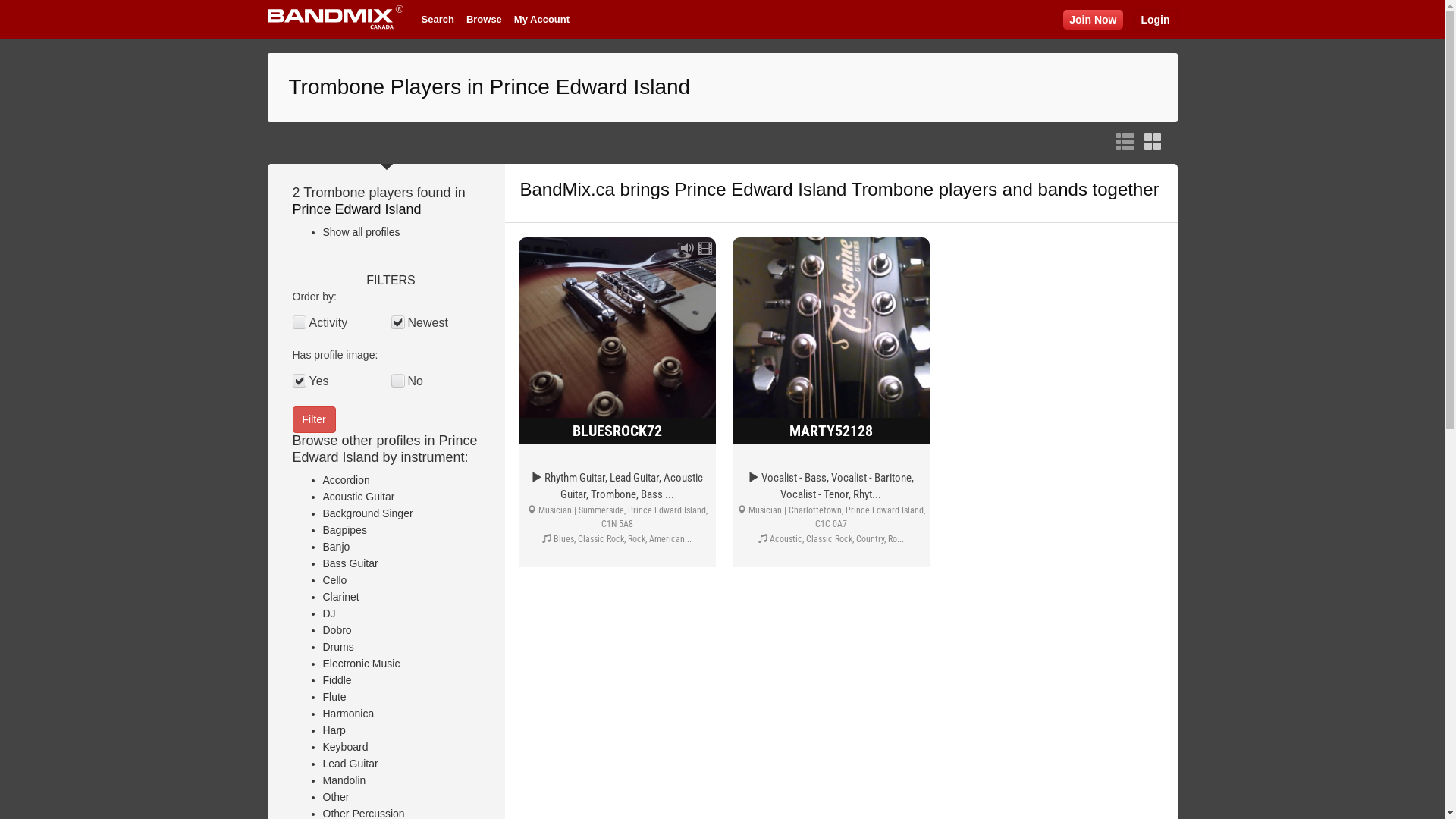 The height and width of the screenshot is (819, 1456). Describe the element at coordinates (328, 613) in the screenshot. I see `'DJ'` at that location.